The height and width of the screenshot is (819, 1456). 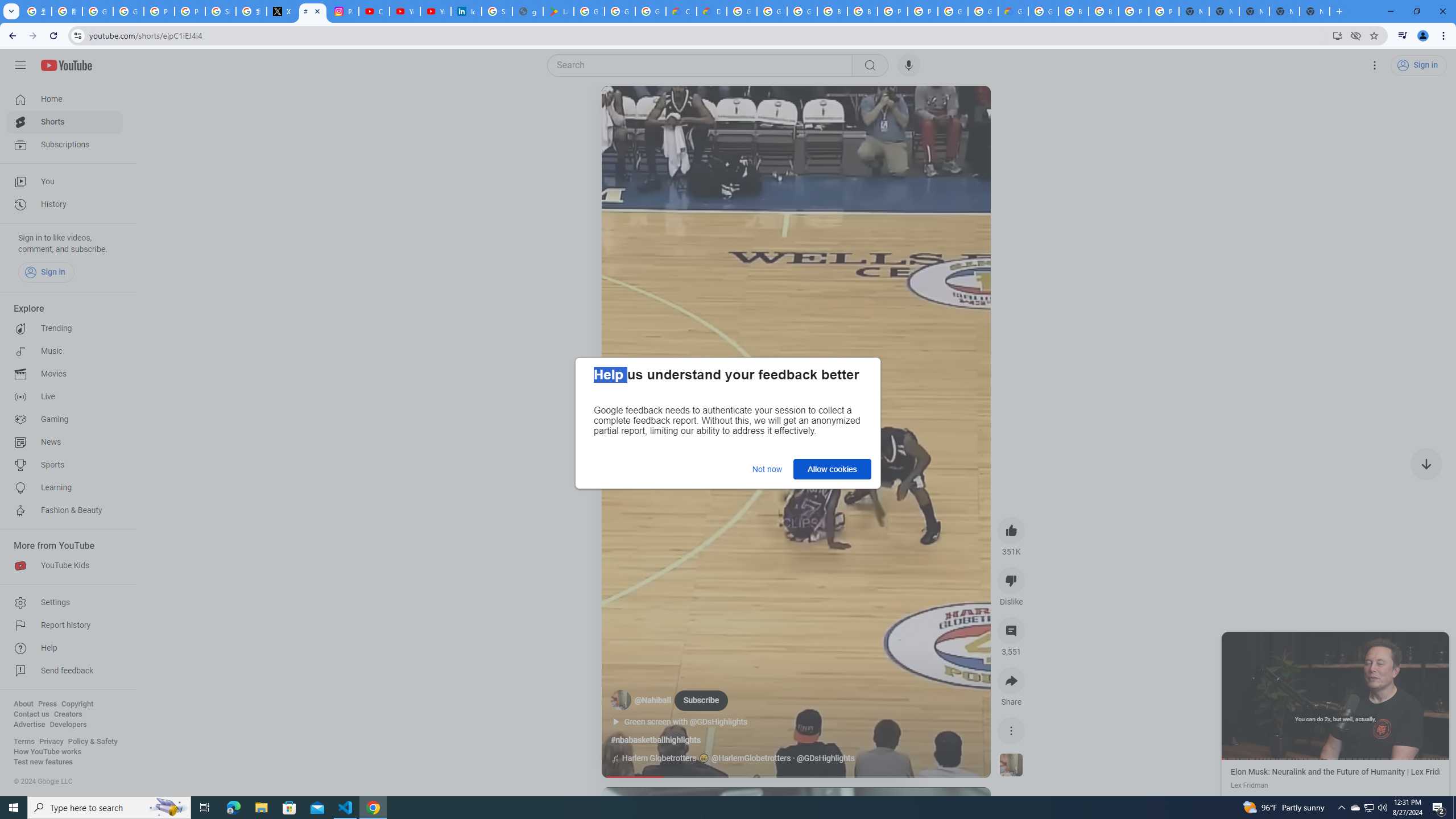 I want to click on 'Sign in - Google Accounts', so click(x=221, y=11).